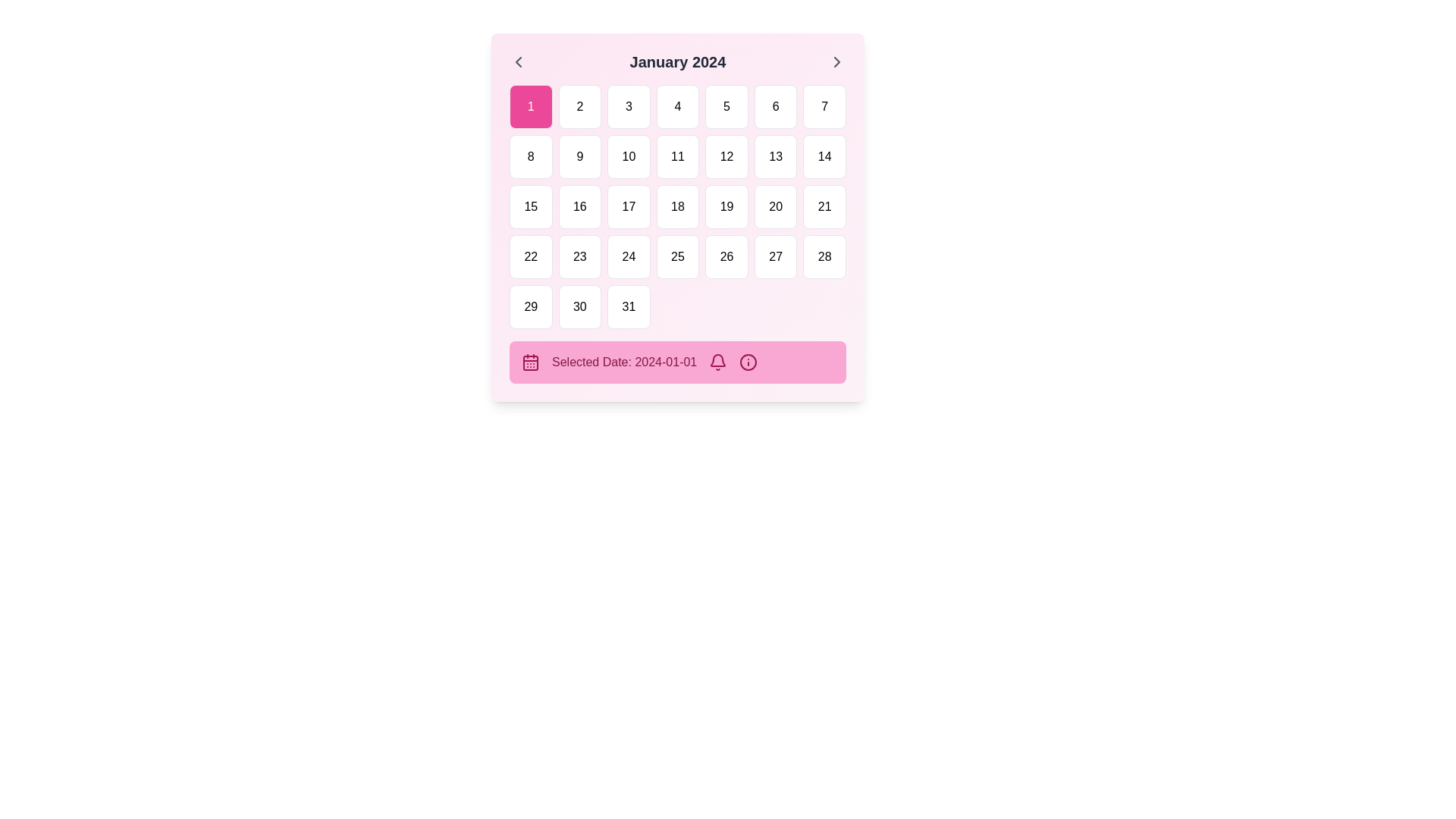  I want to click on the clickable date box displaying '17' in the calendar grid, so click(629, 207).